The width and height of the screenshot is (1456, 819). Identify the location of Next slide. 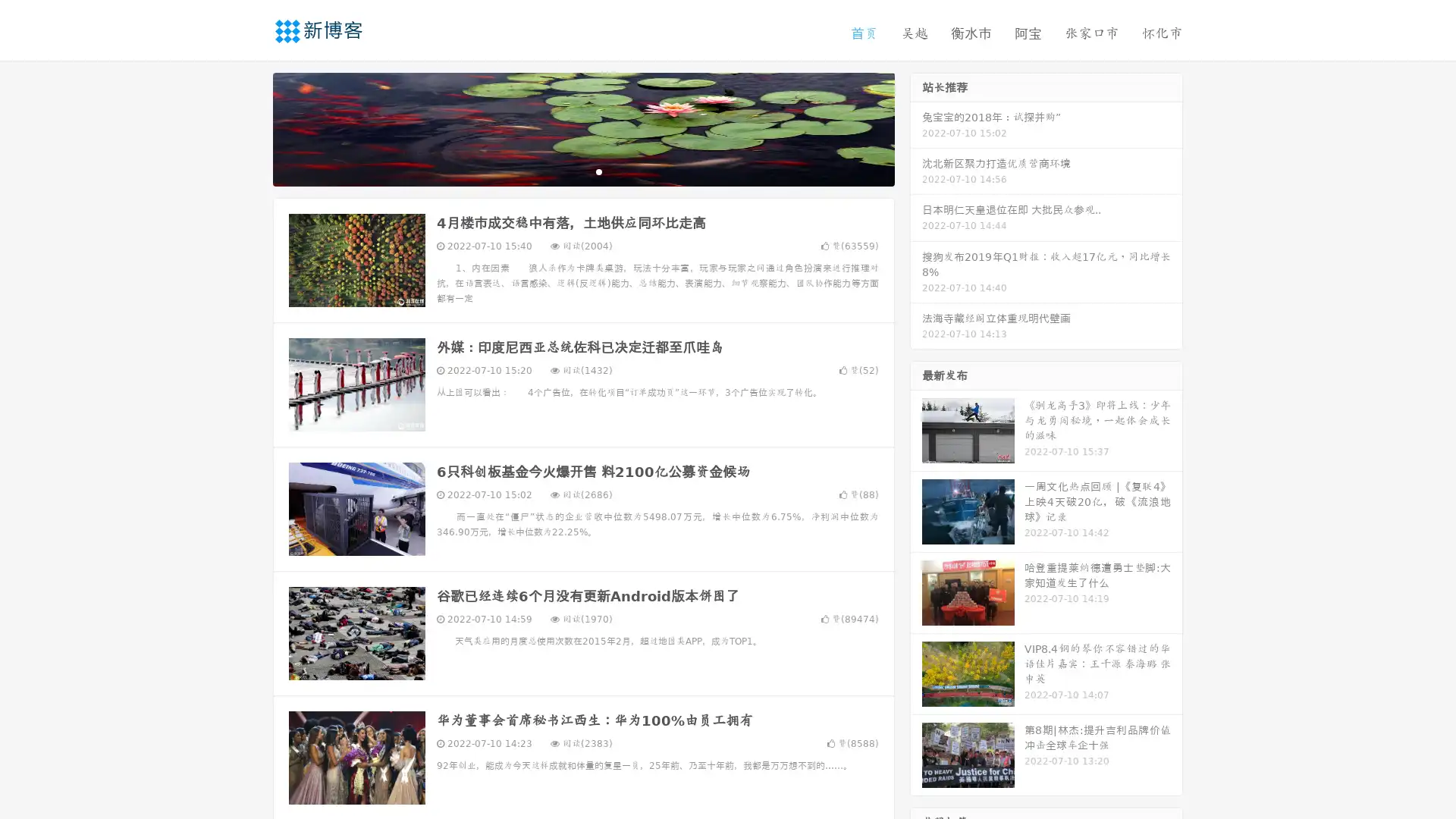
(916, 127).